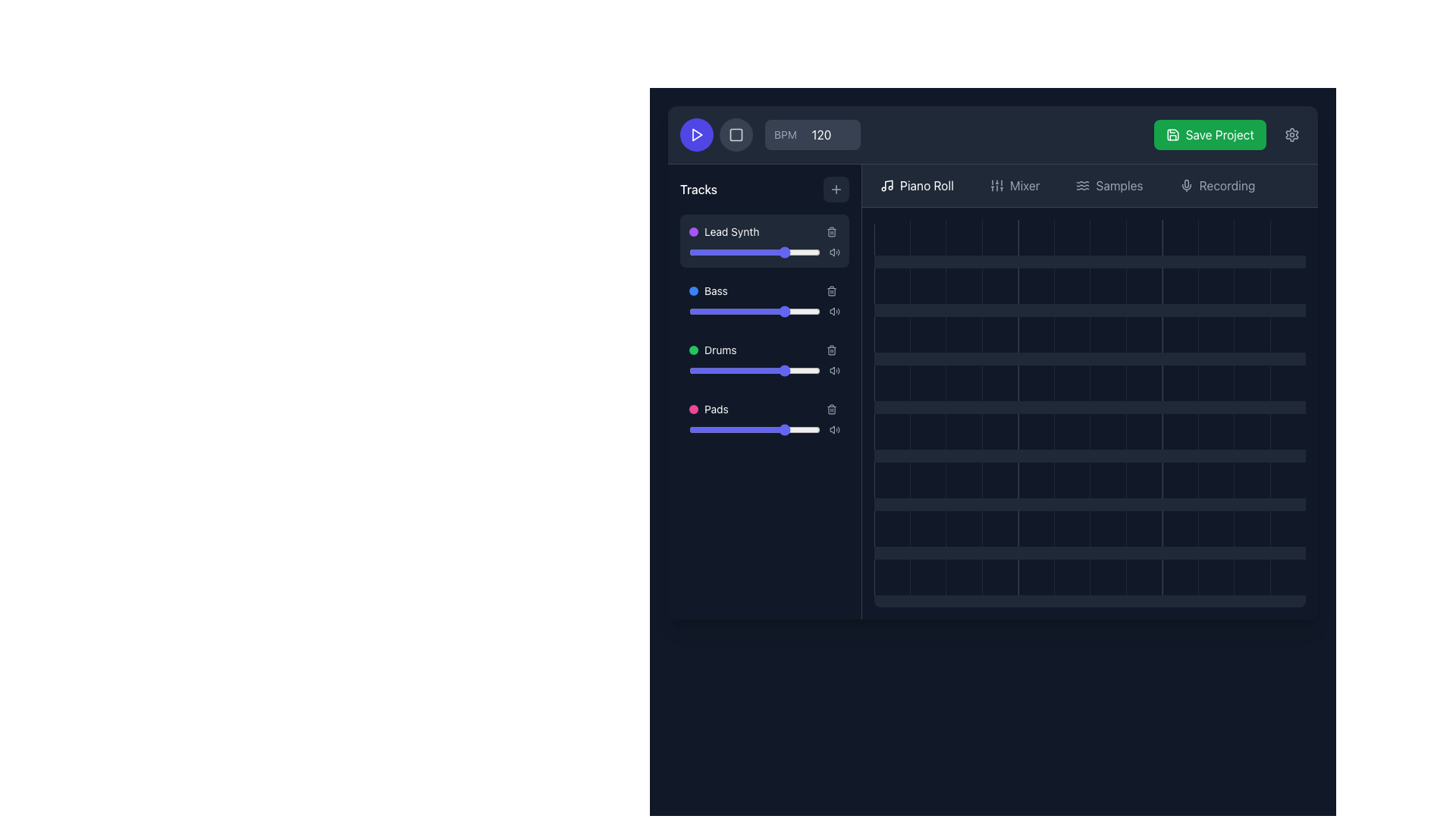 The image size is (1456, 819). Describe the element at coordinates (1144, 382) in the screenshot. I see `the grid cell located in the fourth row and eighth column of the digital audio sequence editor` at that location.